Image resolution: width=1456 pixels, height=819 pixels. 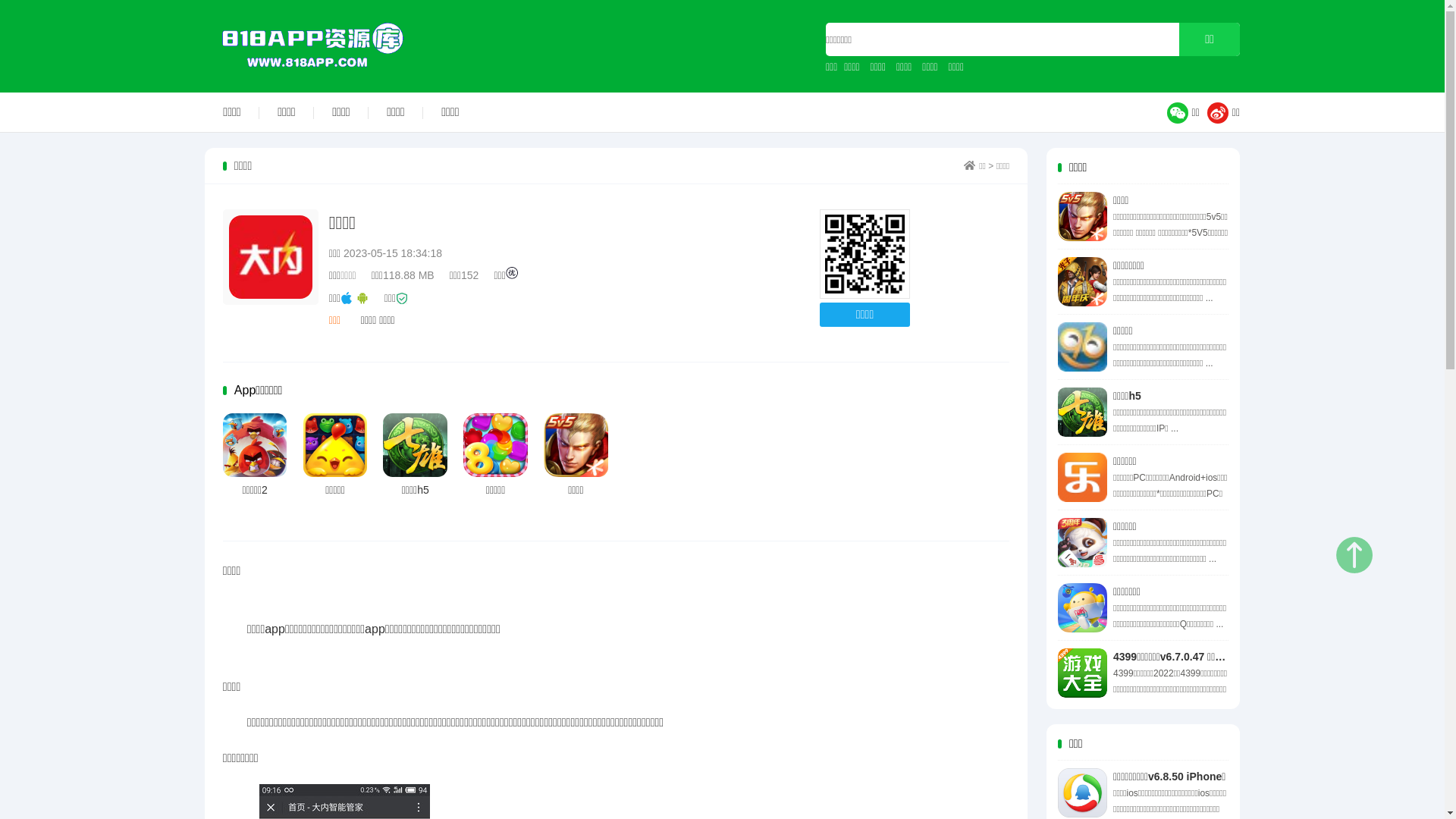 I want to click on 'http://www.818app.com', so click(x=864, y=253).